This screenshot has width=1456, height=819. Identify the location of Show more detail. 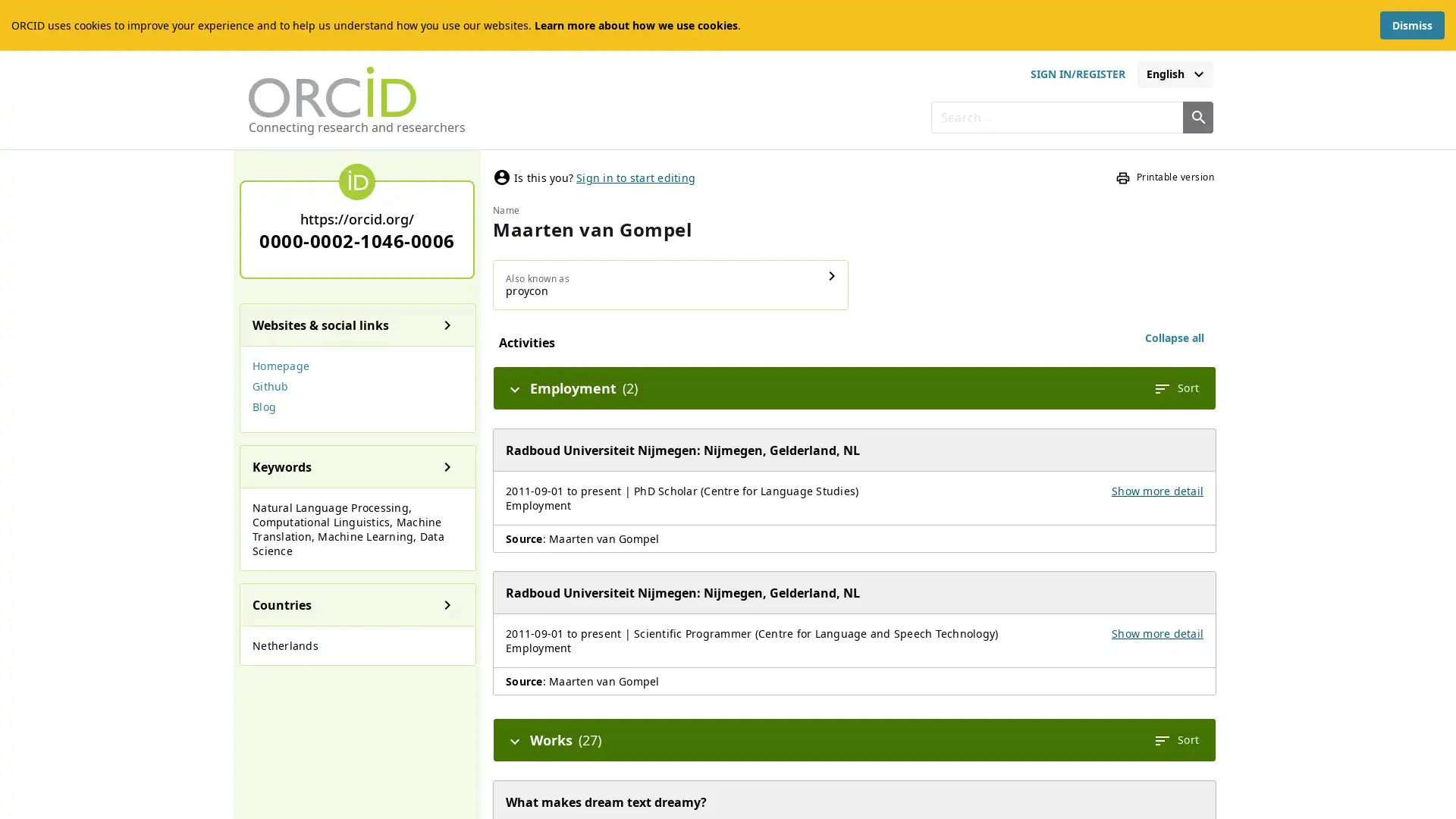
(1156, 491).